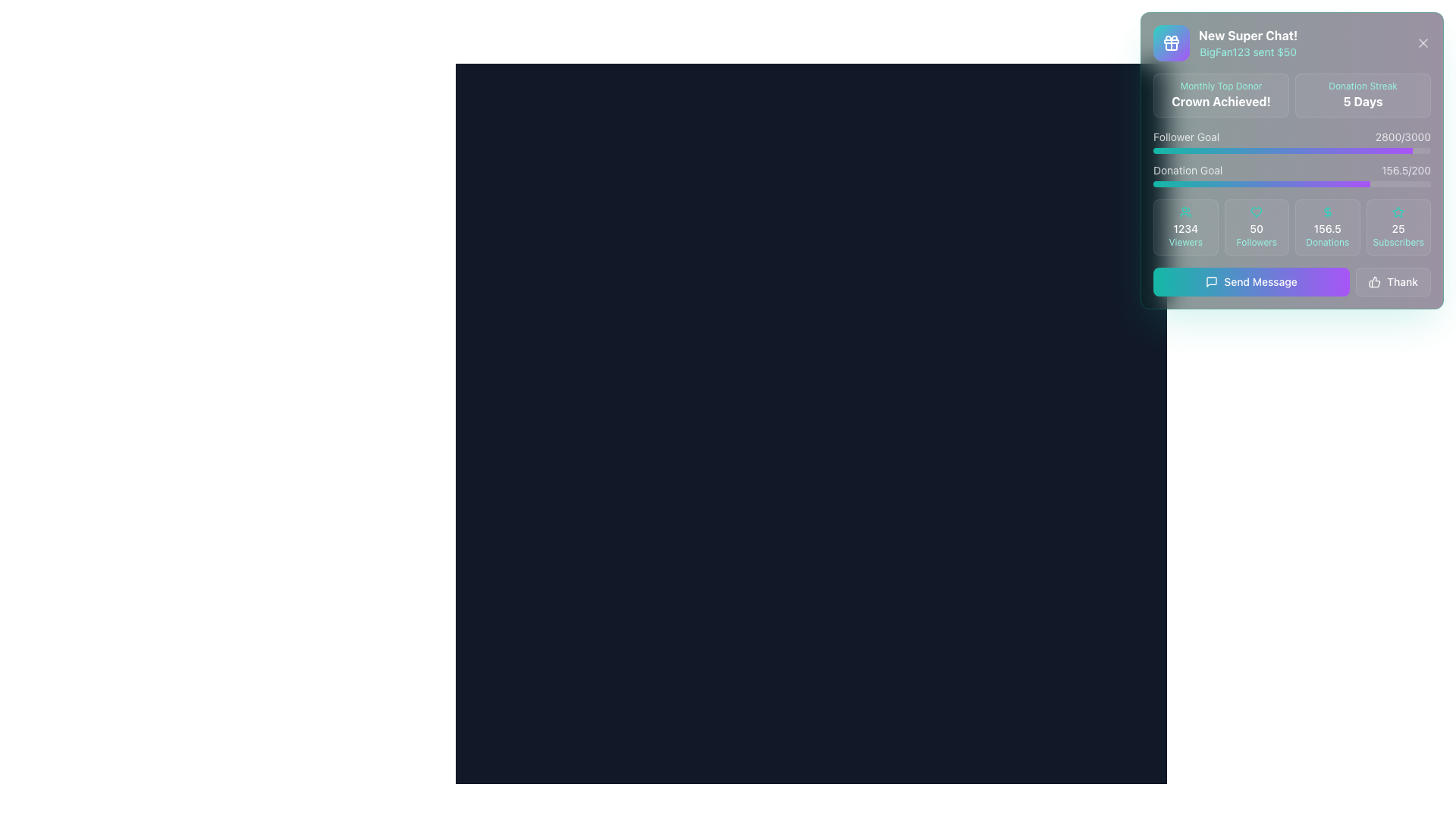 This screenshot has height=819, width=1456. I want to click on text label displaying the duration of the donation streak located at the top-right corner of the card interface, so click(1363, 102).